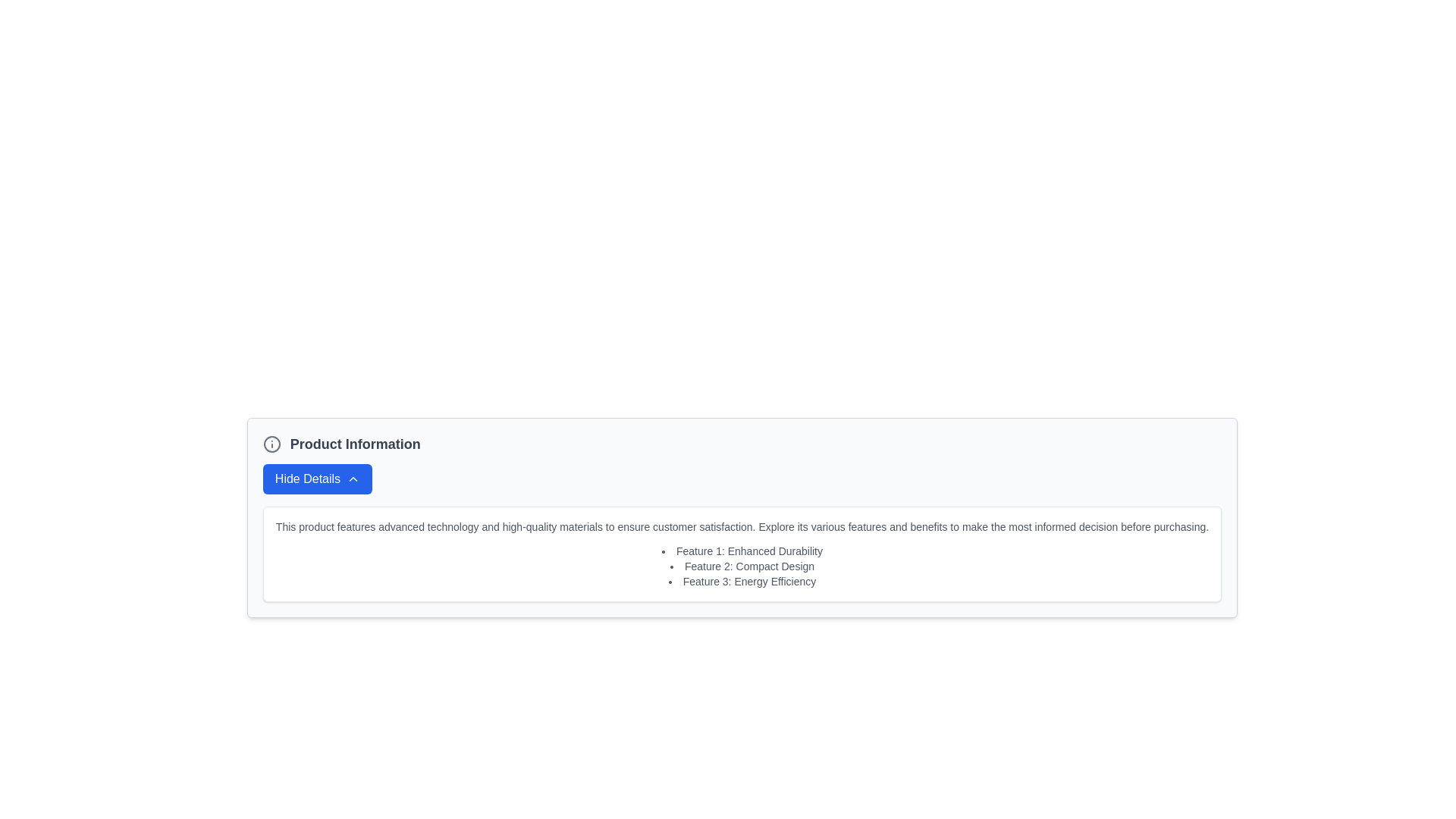 This screenshot has width=1456, height=819. I want to click on the first text item in the bulleted list that describes 'Enhanced Durability', located in the center section of the interface, so click(742, 551).